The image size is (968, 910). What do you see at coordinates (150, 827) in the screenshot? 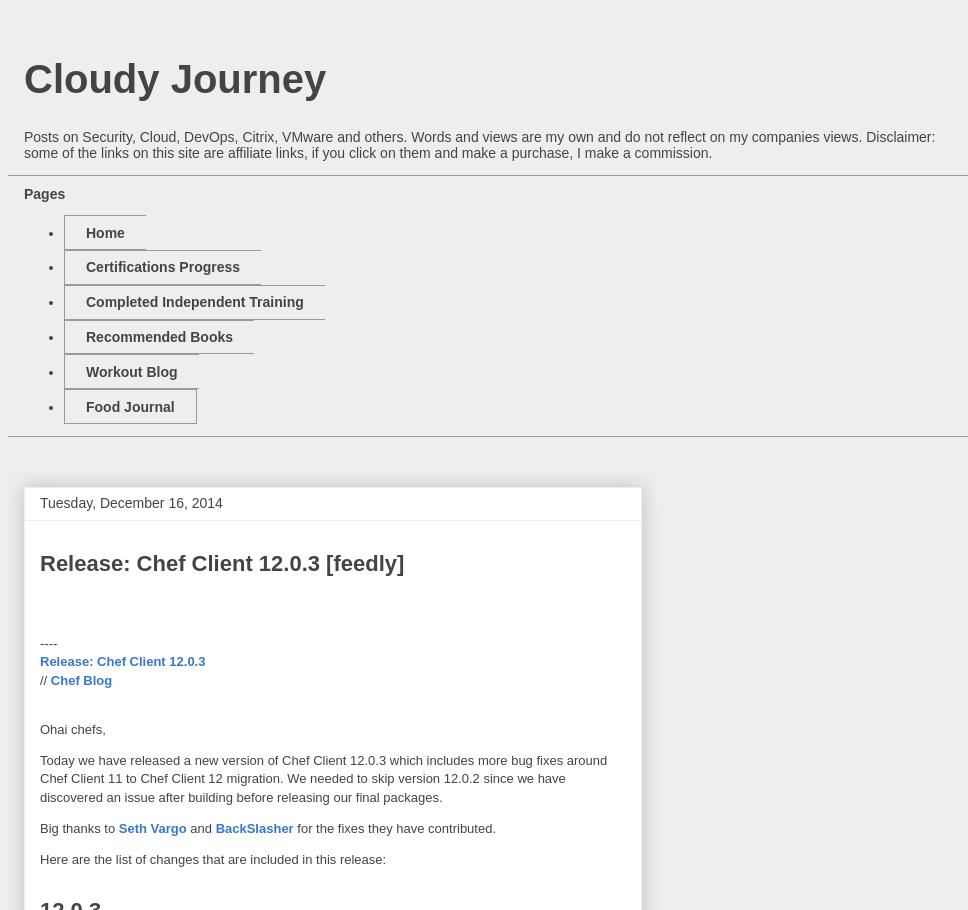
I see `'Seth Vargo'` at bounding box center [150, 827].